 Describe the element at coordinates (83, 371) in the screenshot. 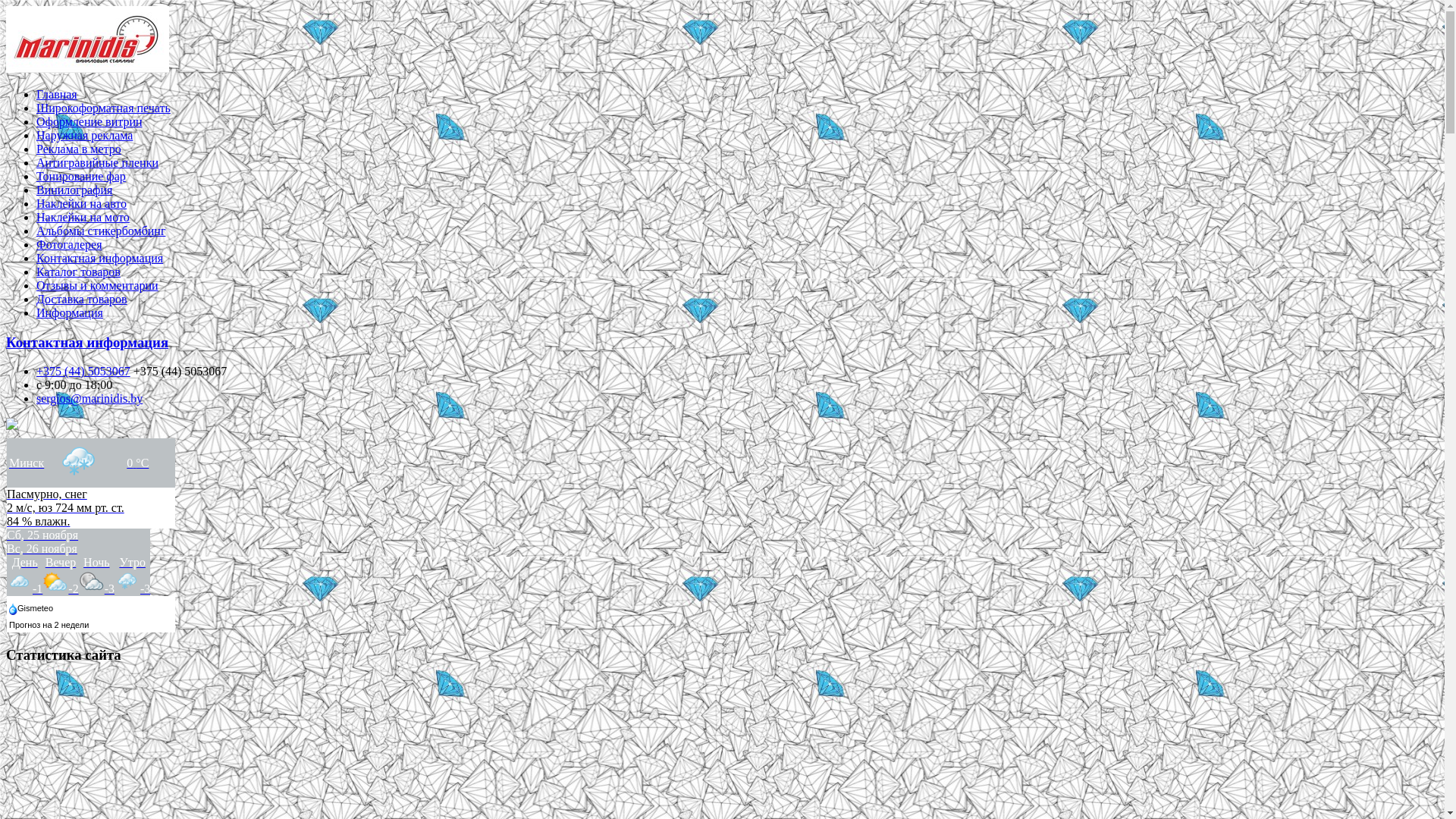

I see `'+375 (44) 5053067'` at that location.